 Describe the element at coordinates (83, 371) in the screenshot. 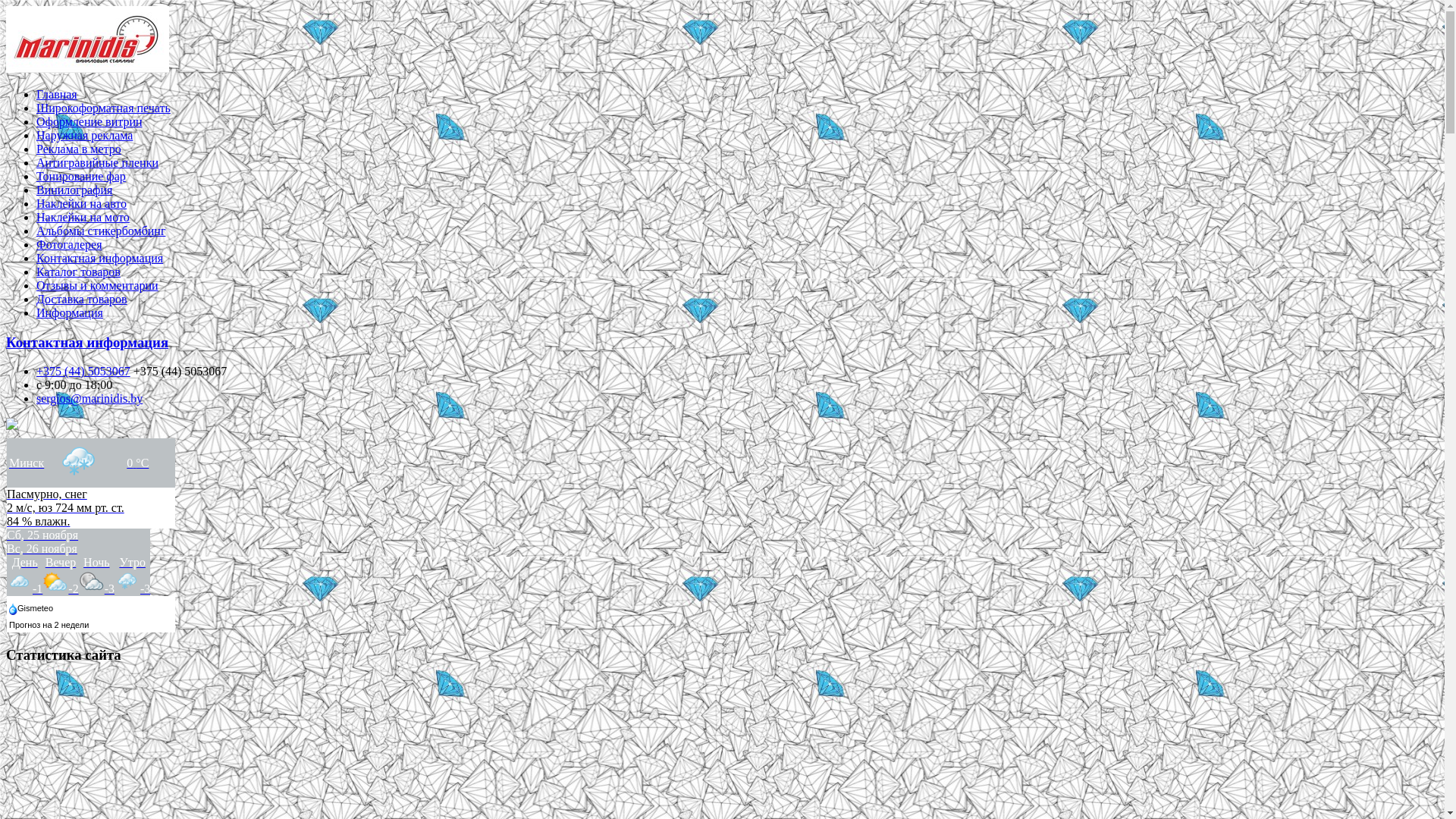

I see `'+375 (44) 5053067'` at that location.